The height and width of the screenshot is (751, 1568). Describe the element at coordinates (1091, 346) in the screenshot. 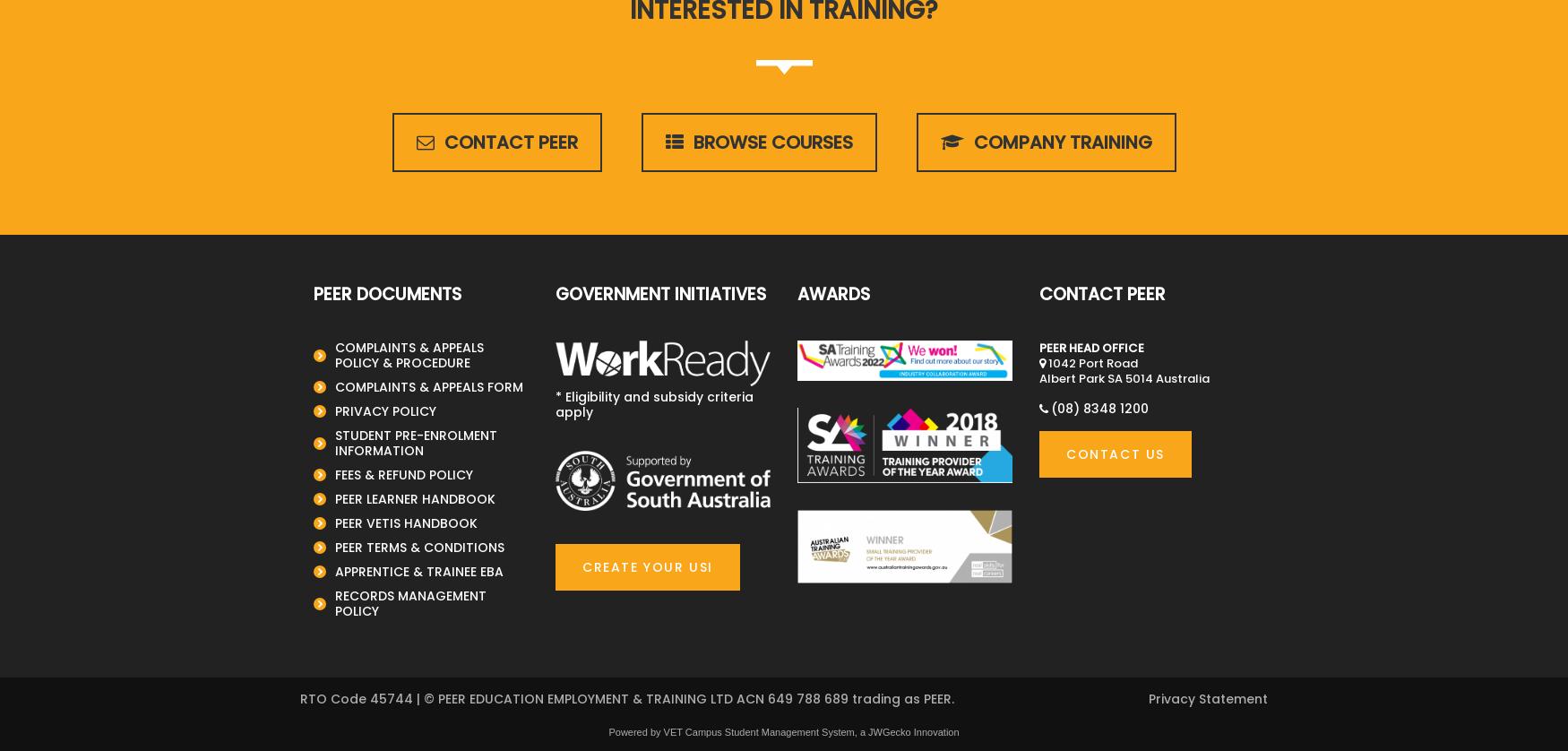

I see `'PEER HEAD OFFICE'` at that location.